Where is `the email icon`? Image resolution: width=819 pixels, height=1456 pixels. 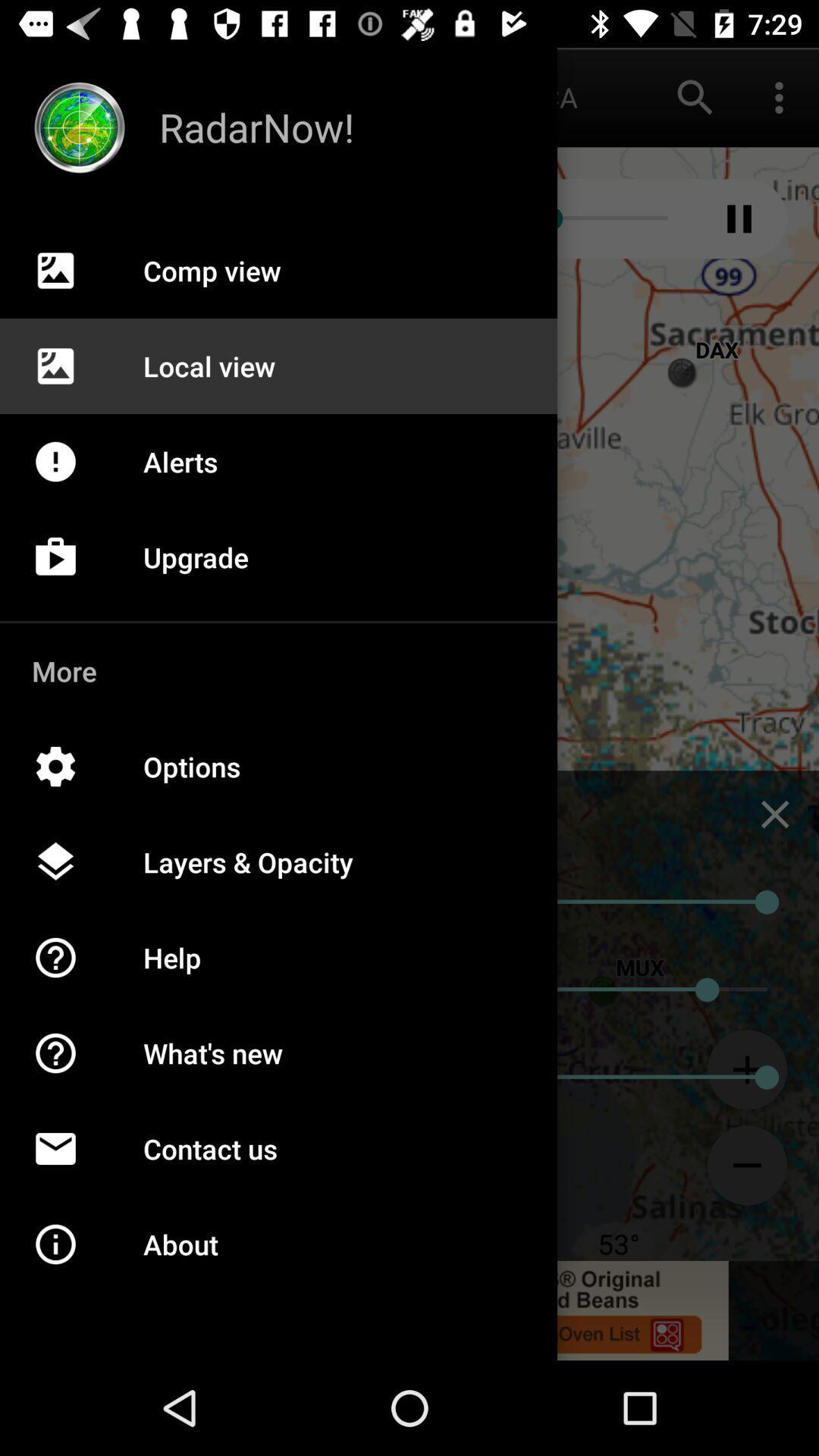 the email icon is located at coordinates (71, 1164).